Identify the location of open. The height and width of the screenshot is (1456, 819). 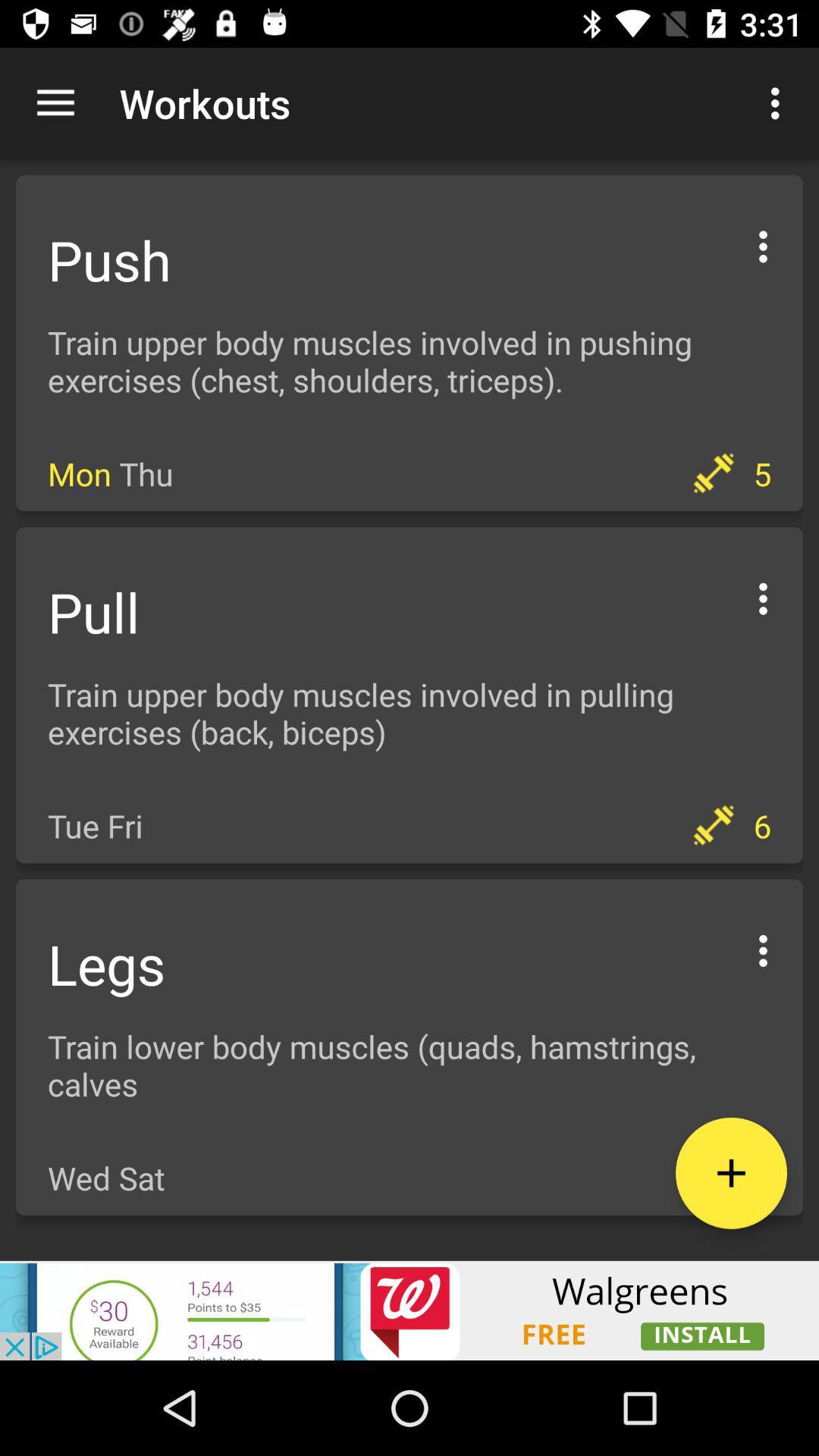
(730, 1172).